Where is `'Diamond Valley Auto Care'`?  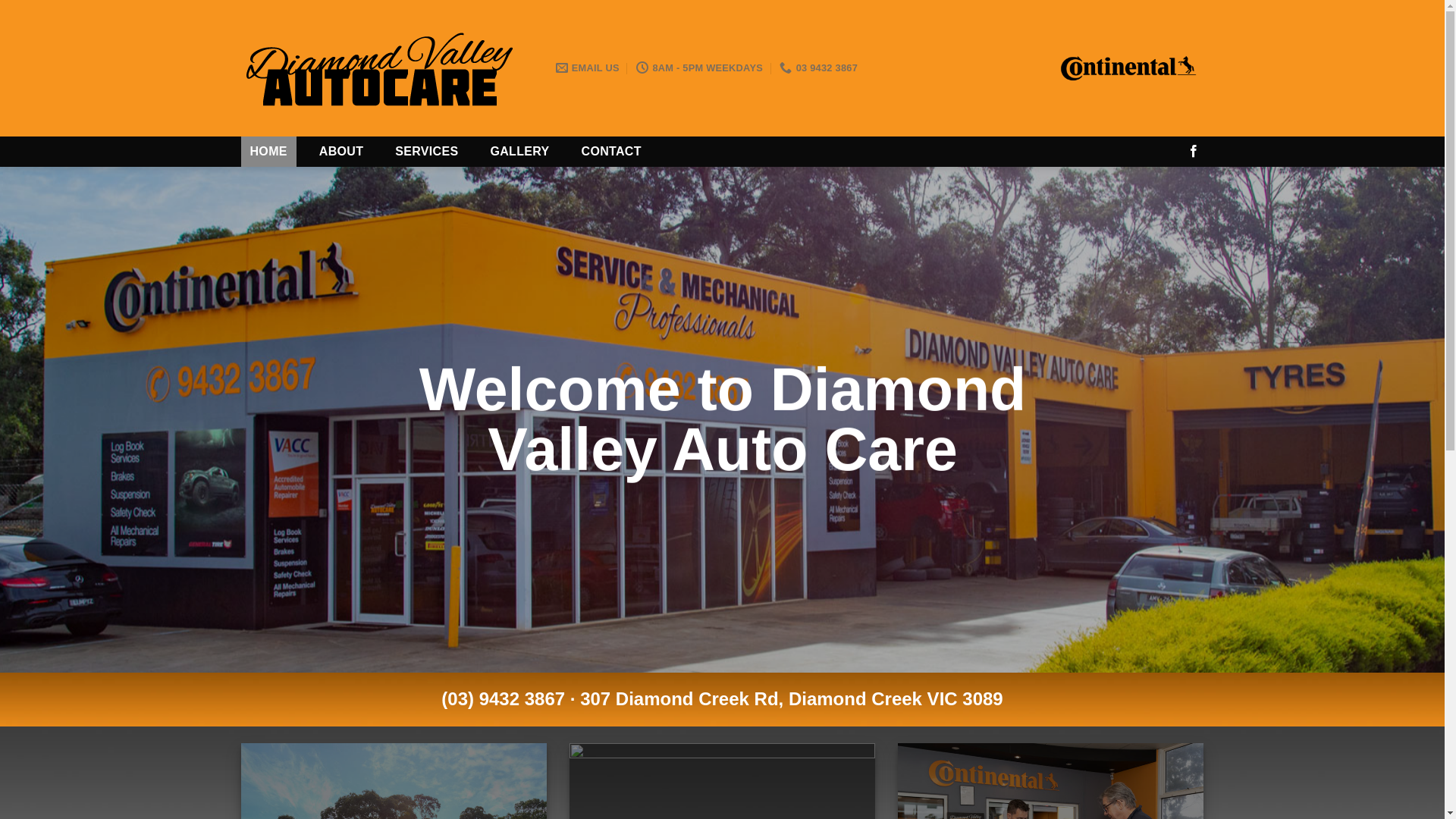 'Diamond Valley Auto Care' is located at coordinates (387, 67).